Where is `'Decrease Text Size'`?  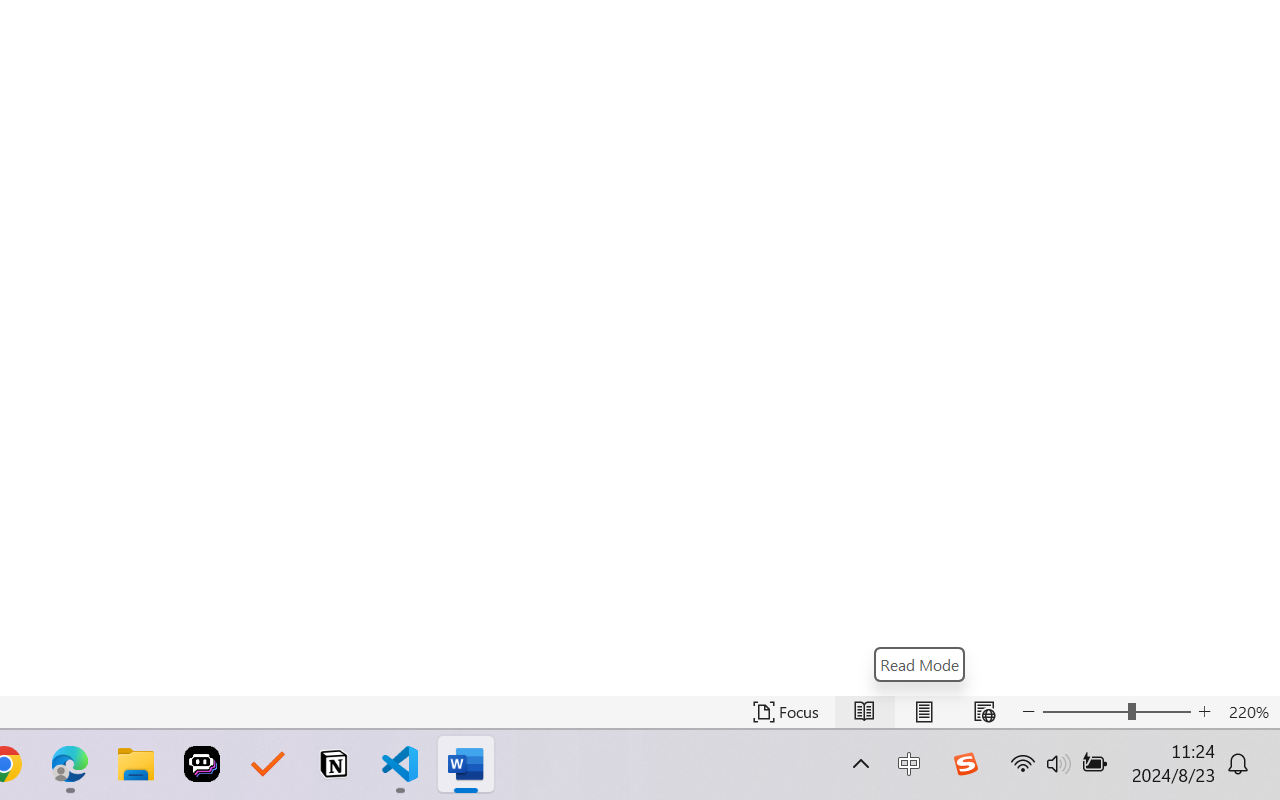
'Decrease Text Size' is located at coordinates (1029, 711).